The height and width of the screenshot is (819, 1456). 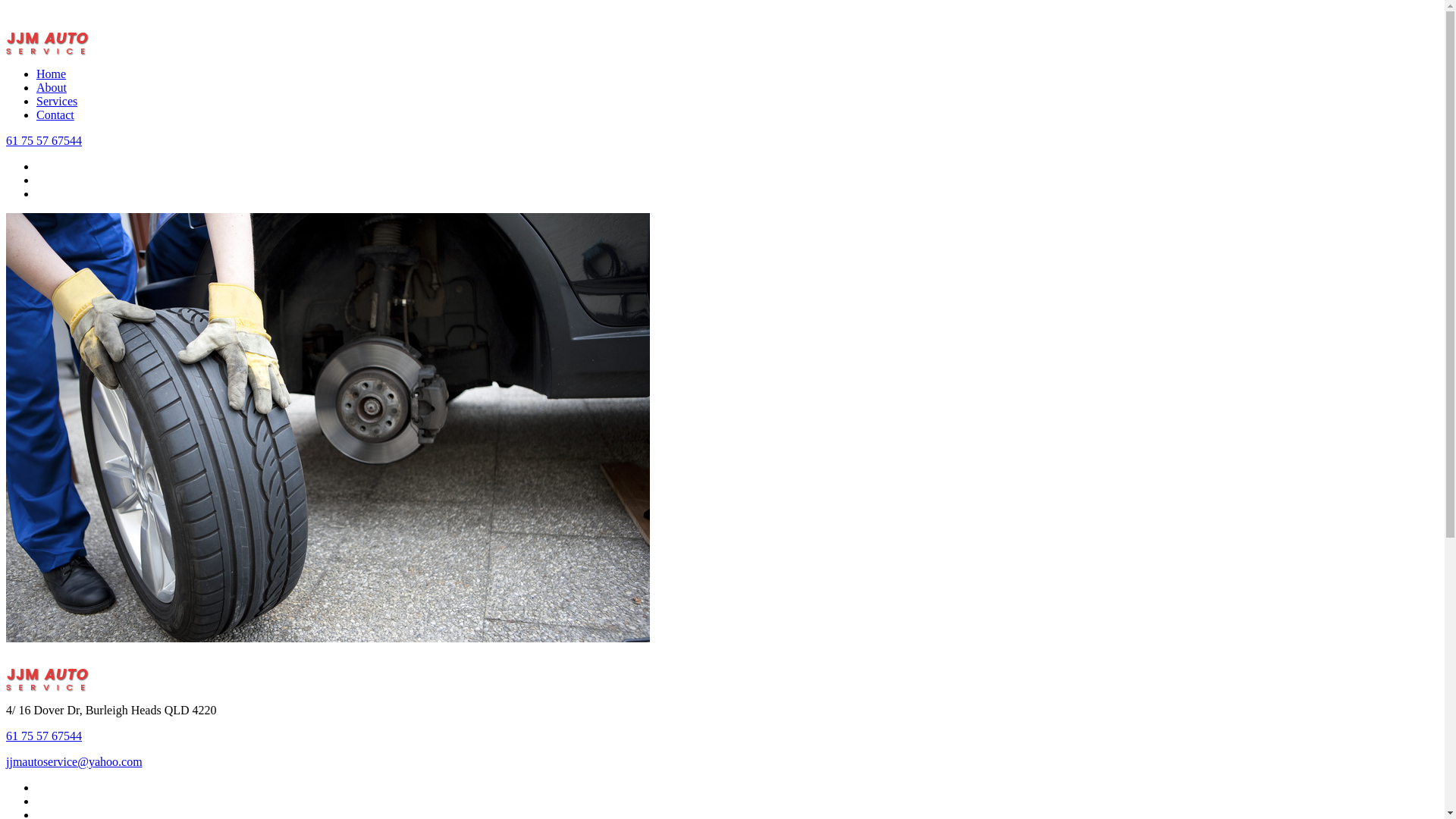 What do you see at coordinates (36, 87) in the screenshot?
I see `'About'` at bounding box center [36, 87].